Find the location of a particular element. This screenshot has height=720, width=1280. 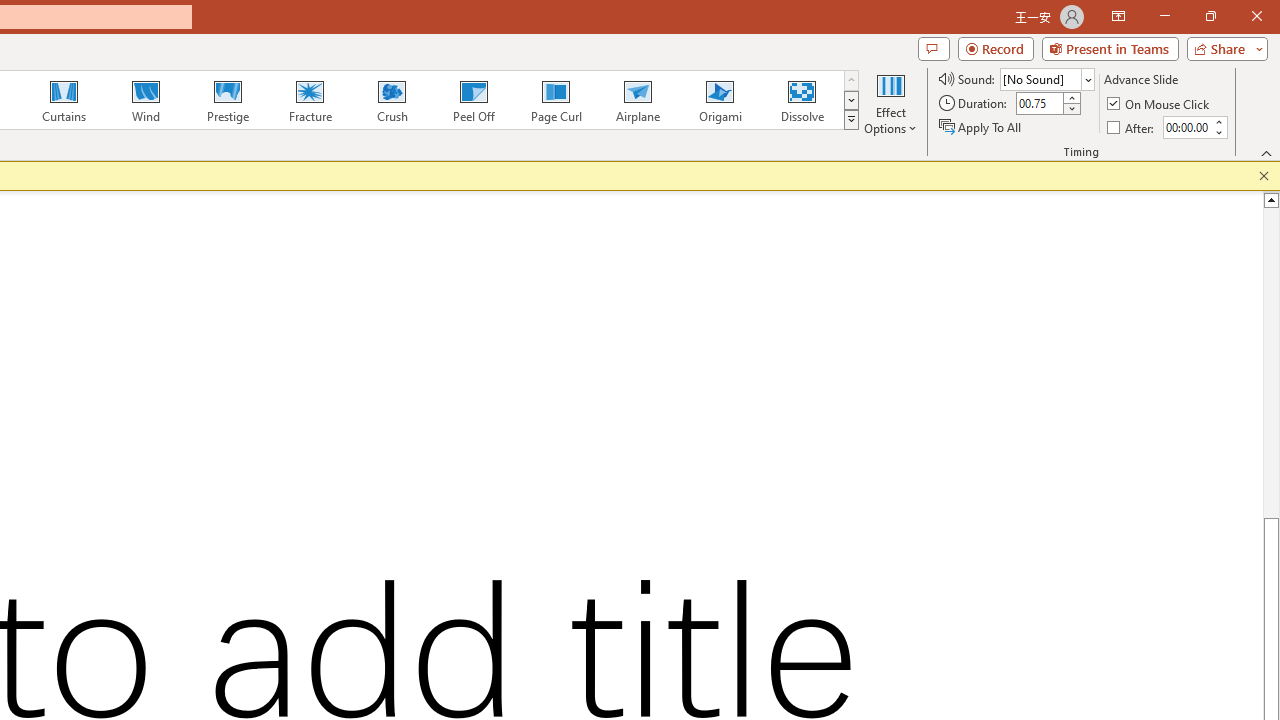

'Close this message' is located at coordinates (1263, 175).